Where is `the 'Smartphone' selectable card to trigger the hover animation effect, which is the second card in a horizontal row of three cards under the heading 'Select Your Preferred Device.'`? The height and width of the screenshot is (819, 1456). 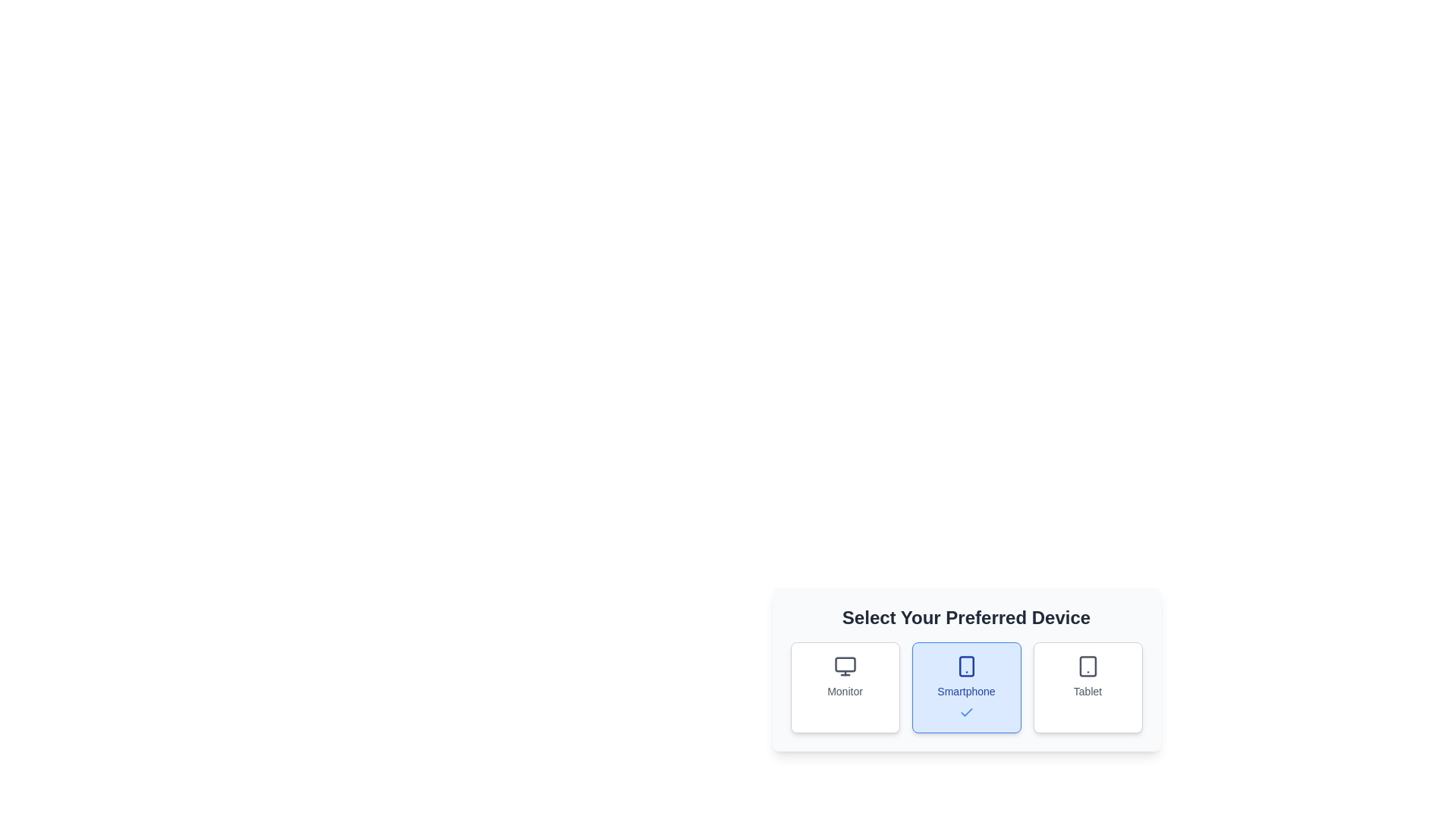
the 'Smartphone' selectable card to trigger the hover animation effect, which is the second card in a horizontal row of three cards under the heading 'Select Your Preferred Device.' is located at coordinates (965, 687).